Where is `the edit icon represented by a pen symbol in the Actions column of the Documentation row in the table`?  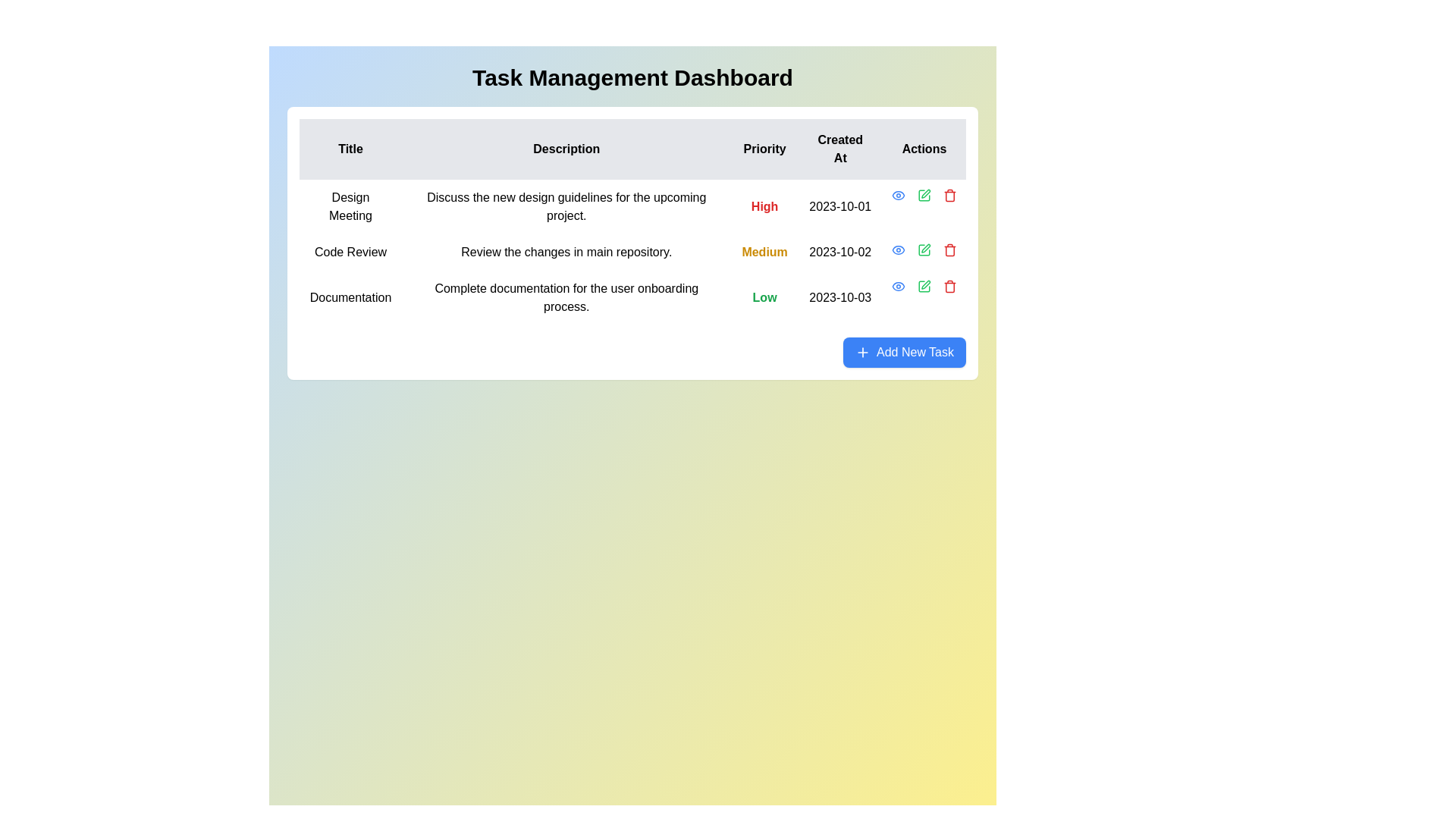 the edit icon represented by a pen symbol in the Actions column of the Documentation row in the table is located at coordinates (925, 284).